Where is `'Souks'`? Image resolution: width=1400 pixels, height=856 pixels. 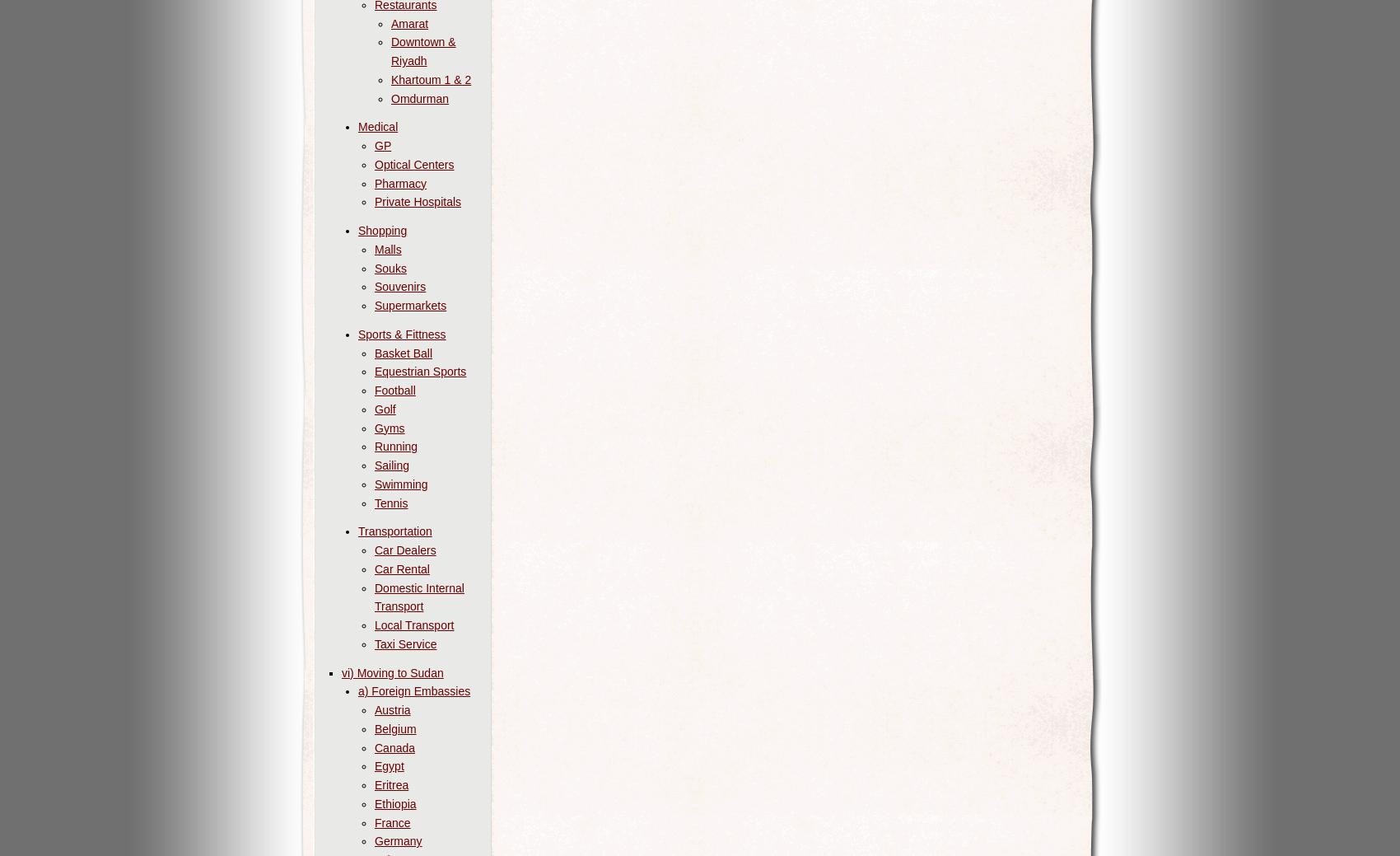
'Souks' is located at coordinates (390, 267).